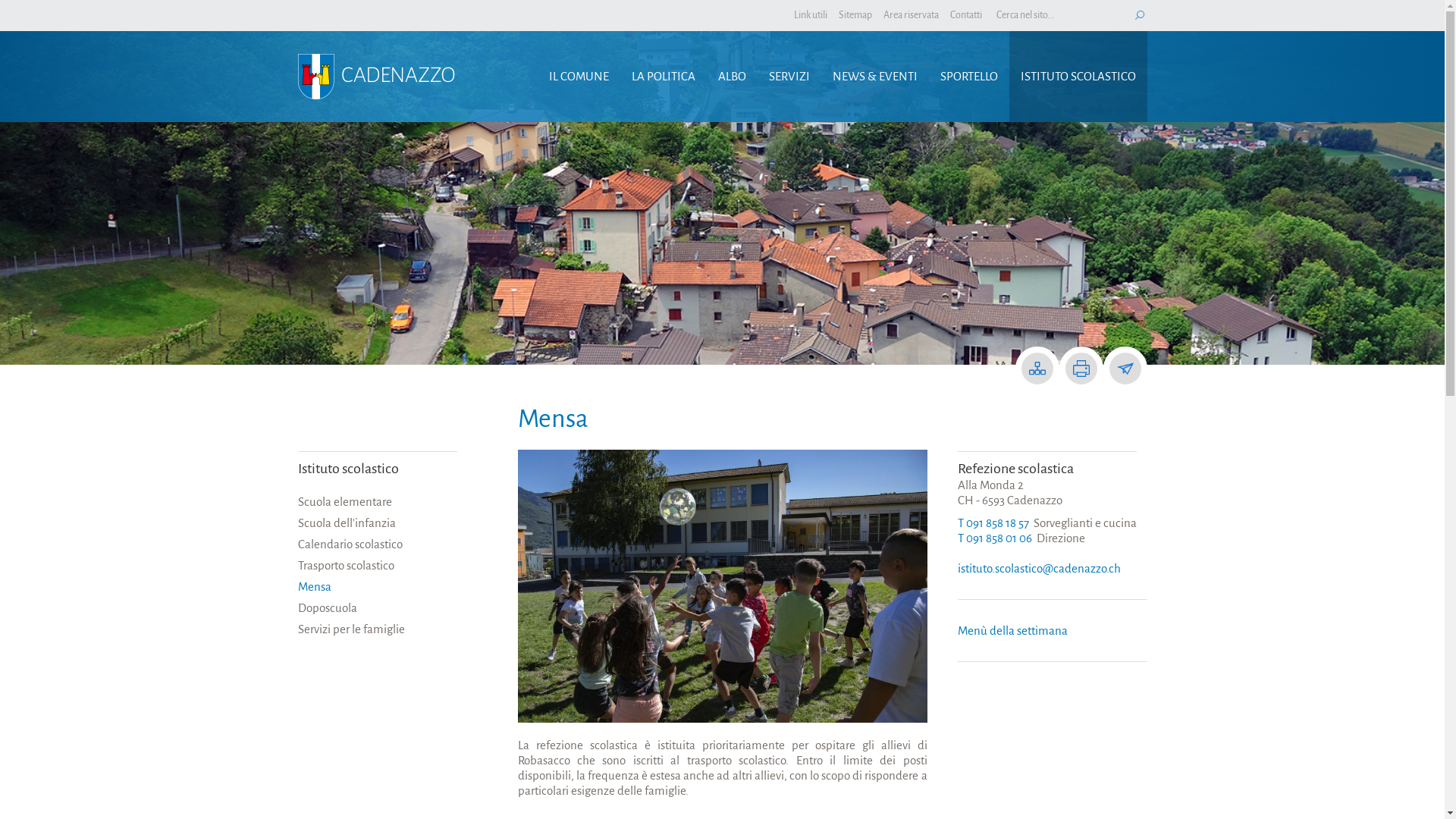  I want to click on 'NEWS & EVENTI', so click(819, 76).